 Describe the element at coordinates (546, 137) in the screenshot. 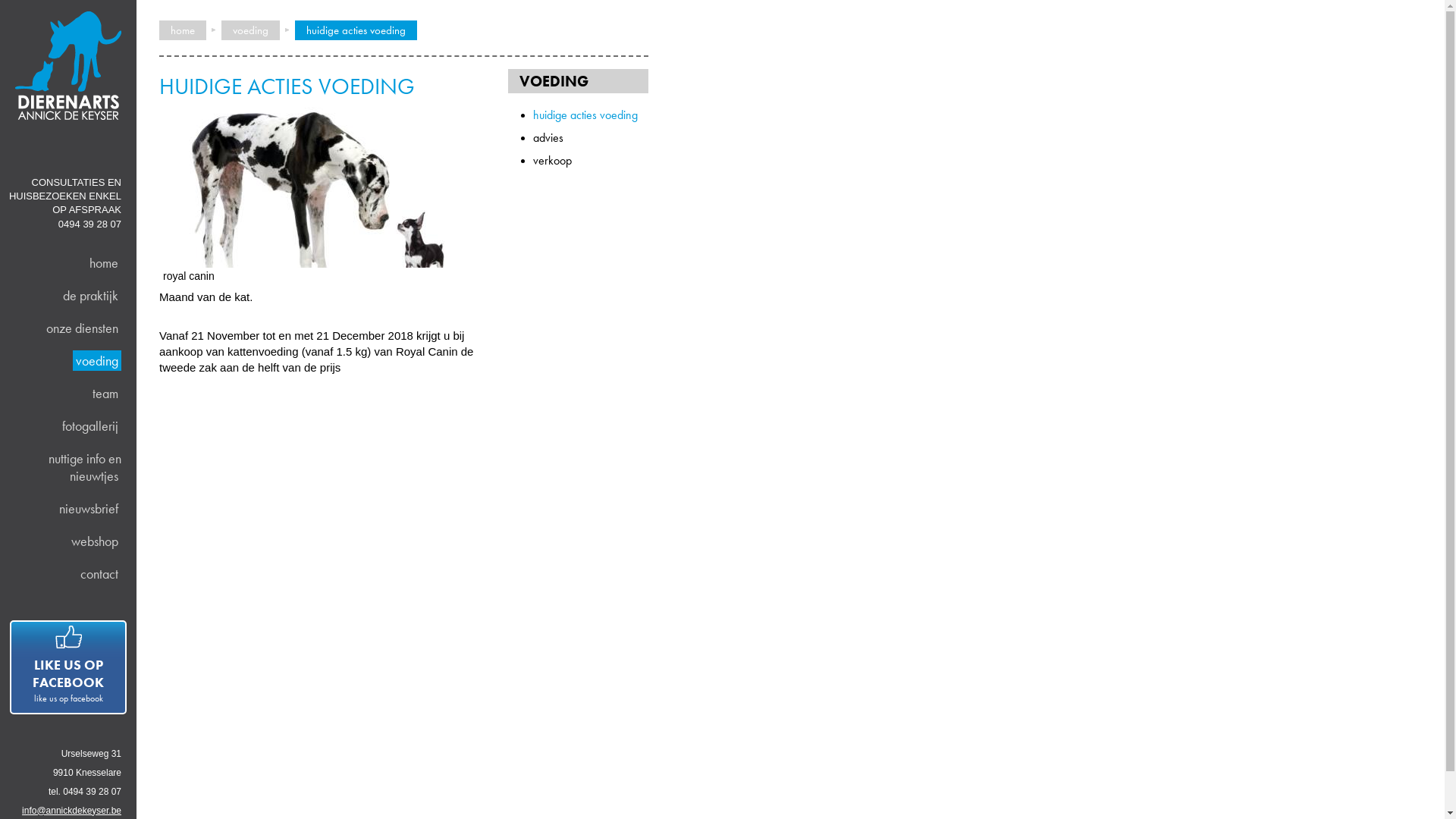

I see `'advies'` at that location.